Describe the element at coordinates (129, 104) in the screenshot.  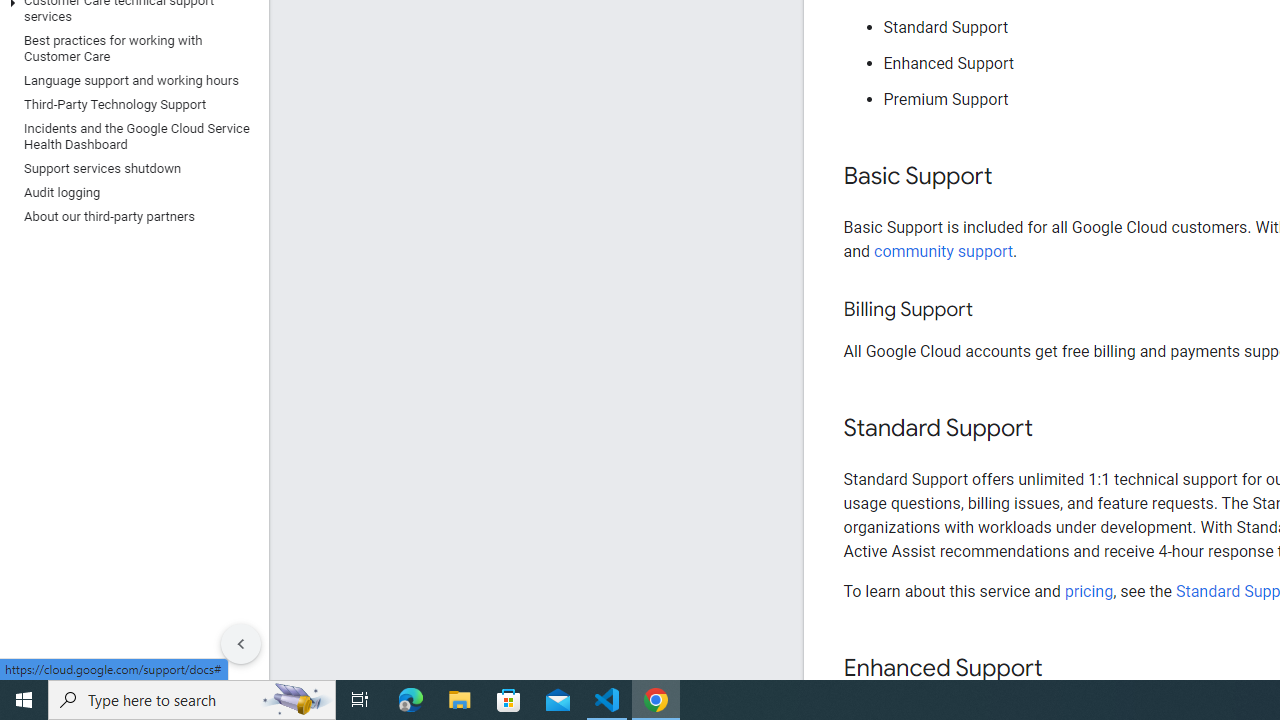
I see `'Third-Party Technology Support'` at that location.